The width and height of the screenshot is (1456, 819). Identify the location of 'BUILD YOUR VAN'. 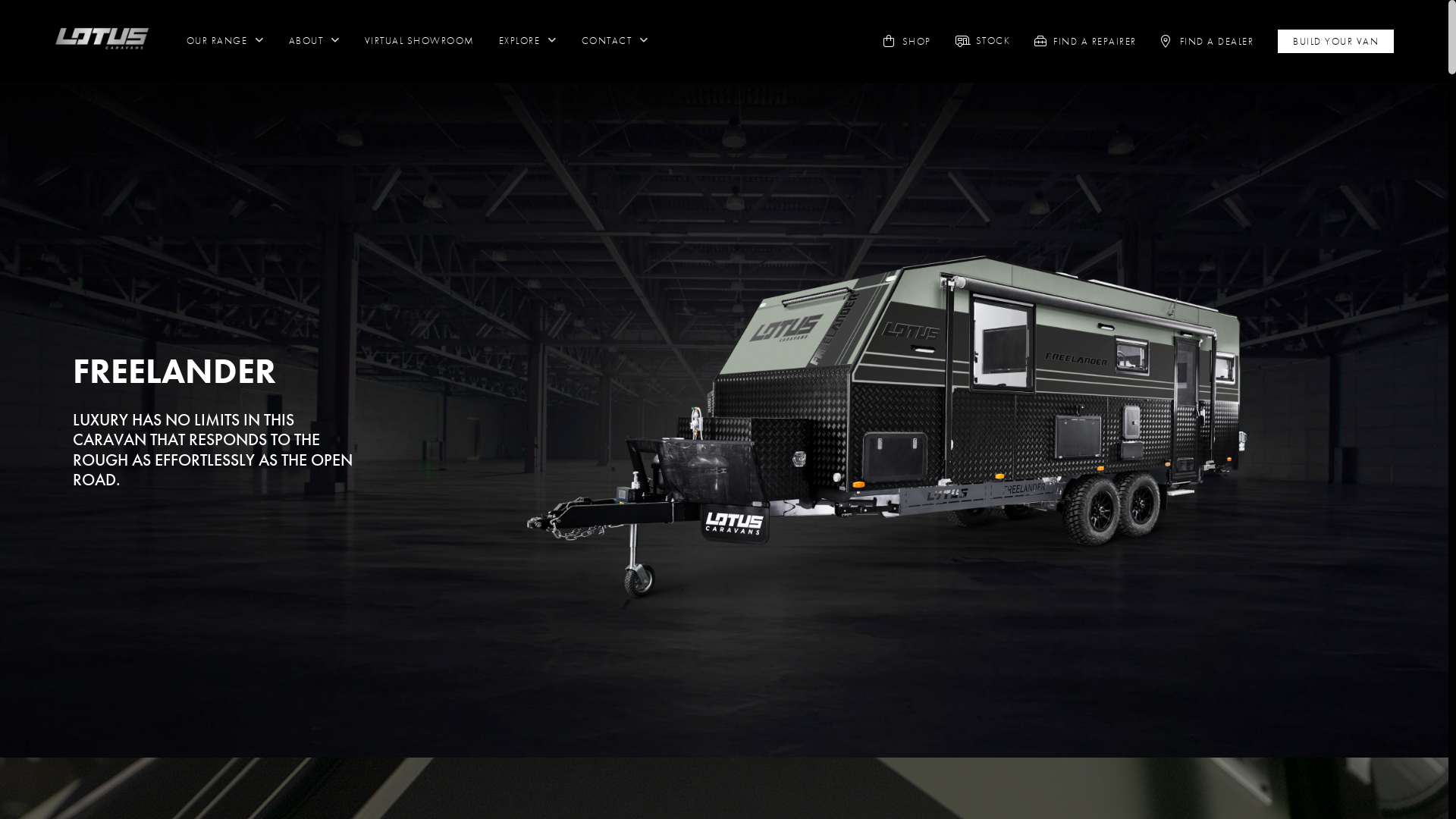
(1335, 40).